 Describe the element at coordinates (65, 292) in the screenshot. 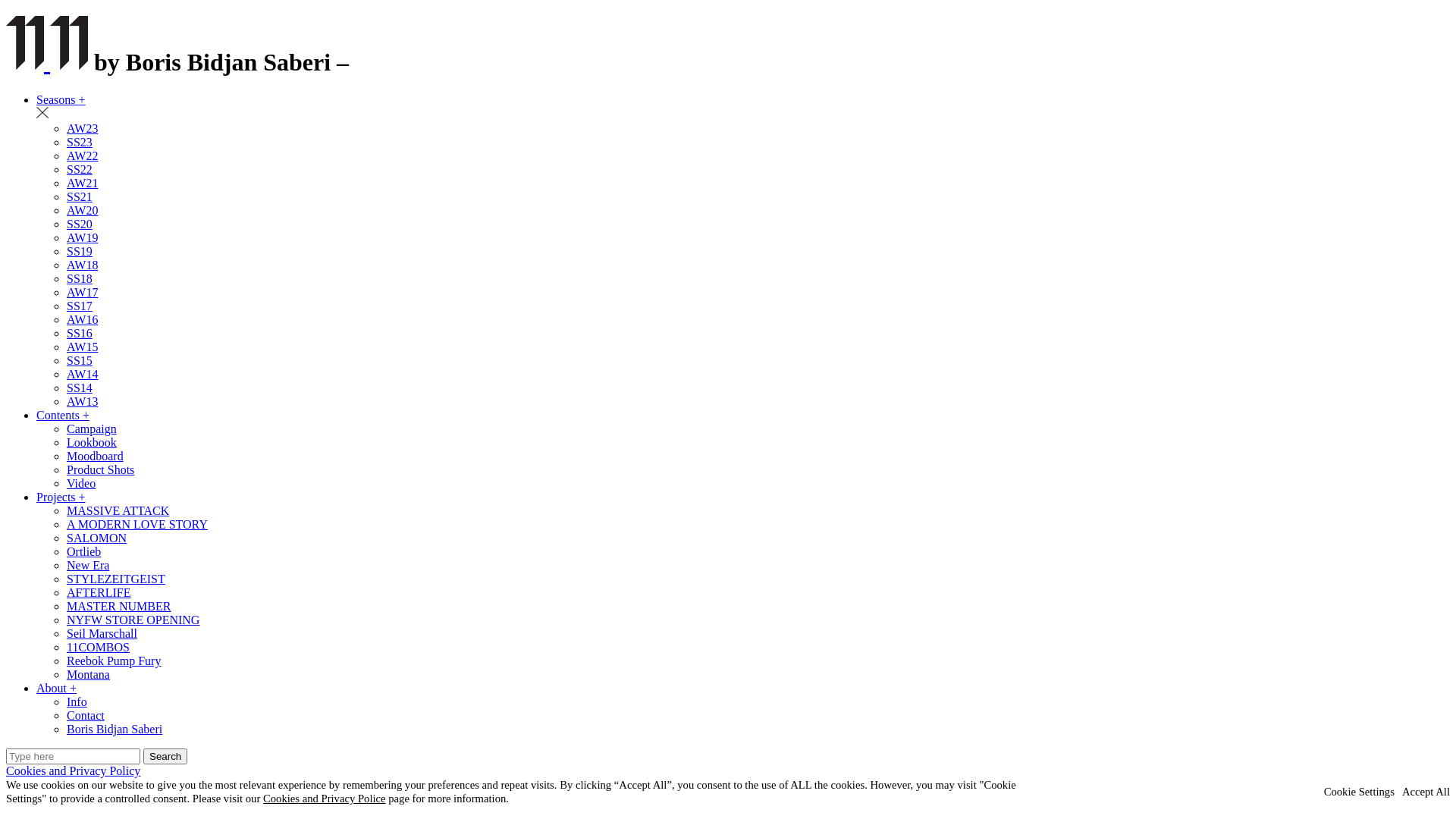

I see `'AW17'` at that location.